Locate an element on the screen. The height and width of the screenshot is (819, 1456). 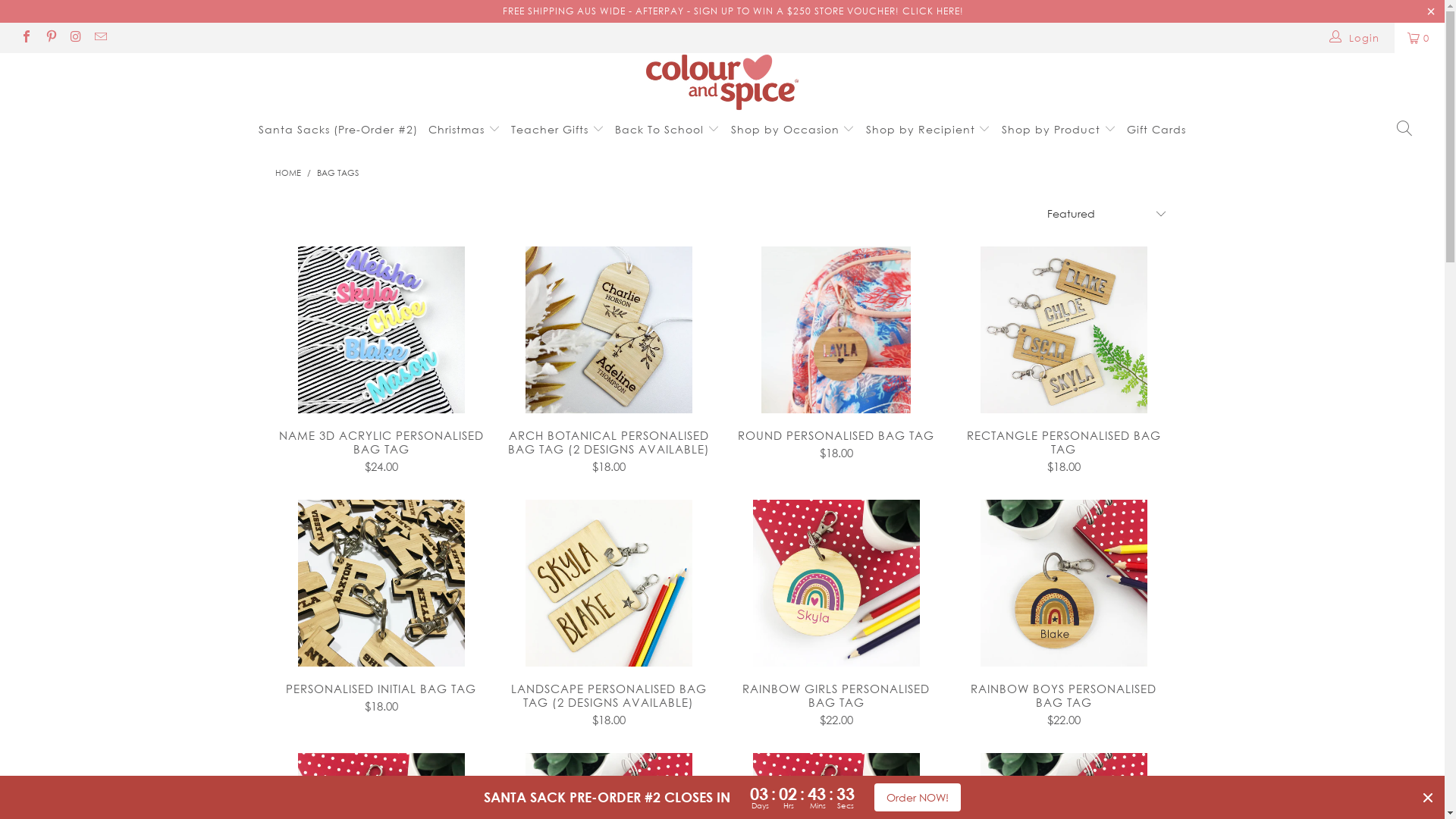
'Login' is located at coordinates (1354, 37).